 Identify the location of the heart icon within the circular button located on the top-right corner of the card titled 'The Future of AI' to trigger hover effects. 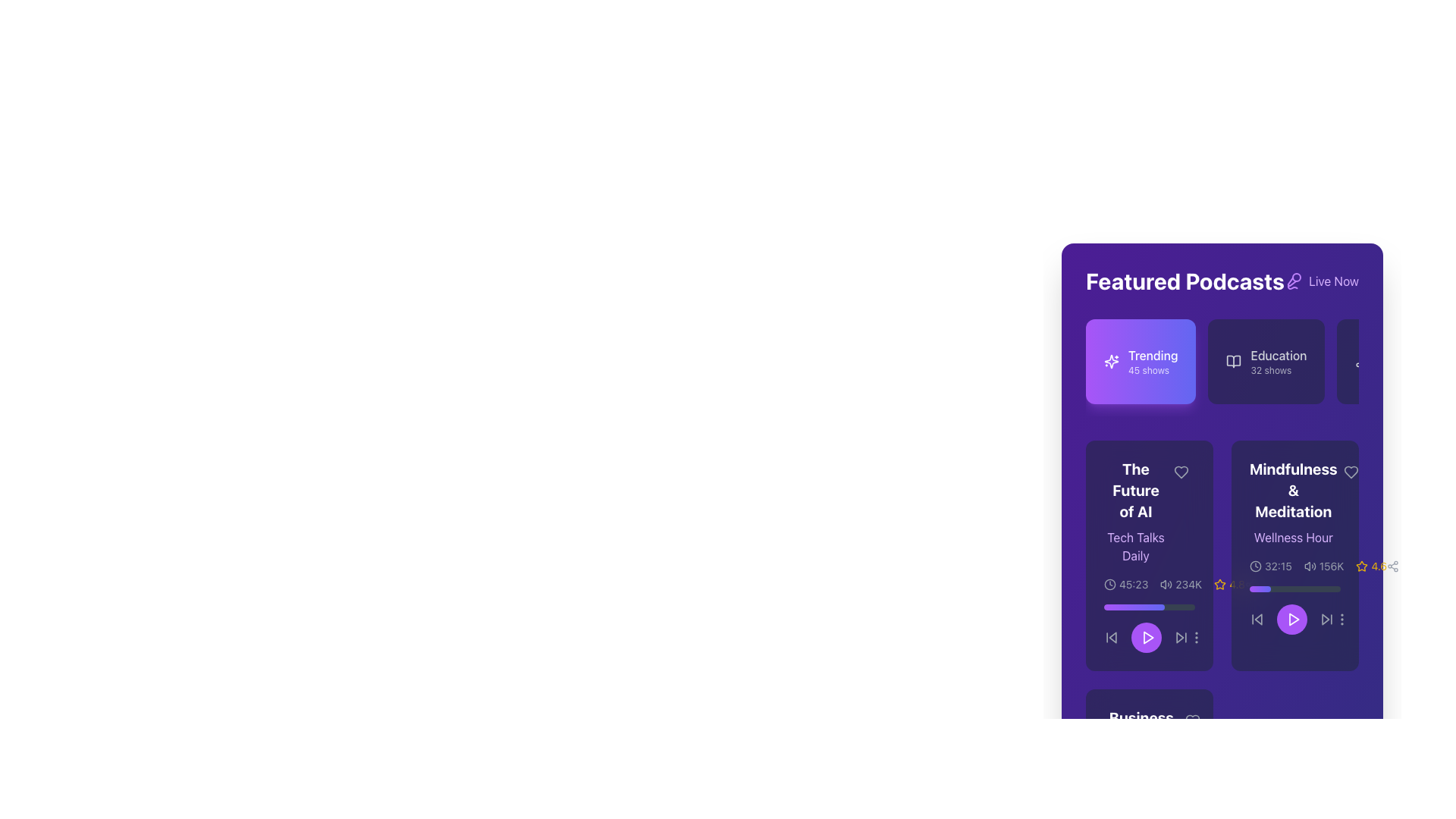
(1181, 472).